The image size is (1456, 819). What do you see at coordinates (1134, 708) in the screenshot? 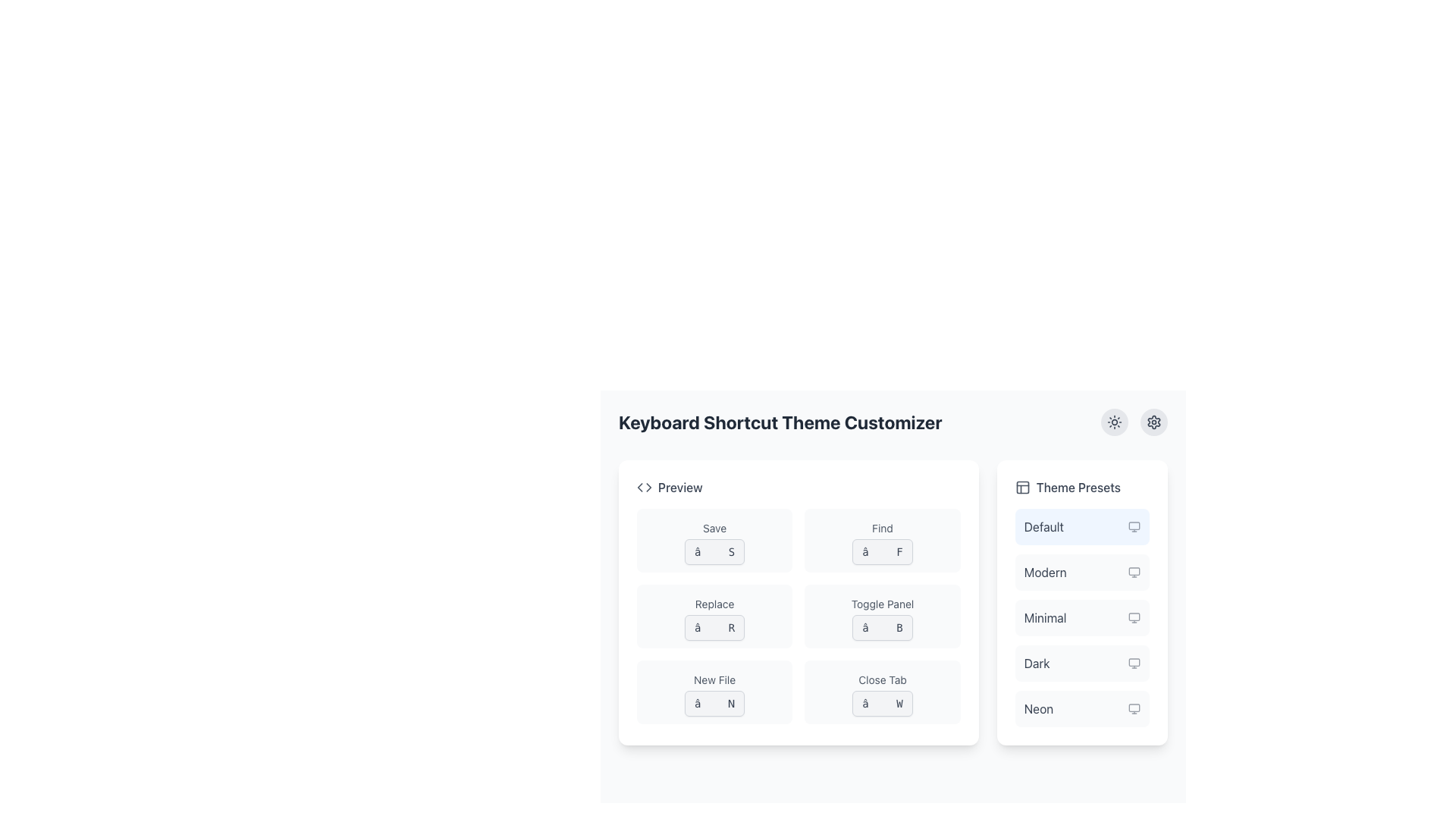
I see `the monitor icon located to the right of the 'Neon' text in the 'Theme Presets' section` at bounding box center [1134, 708].